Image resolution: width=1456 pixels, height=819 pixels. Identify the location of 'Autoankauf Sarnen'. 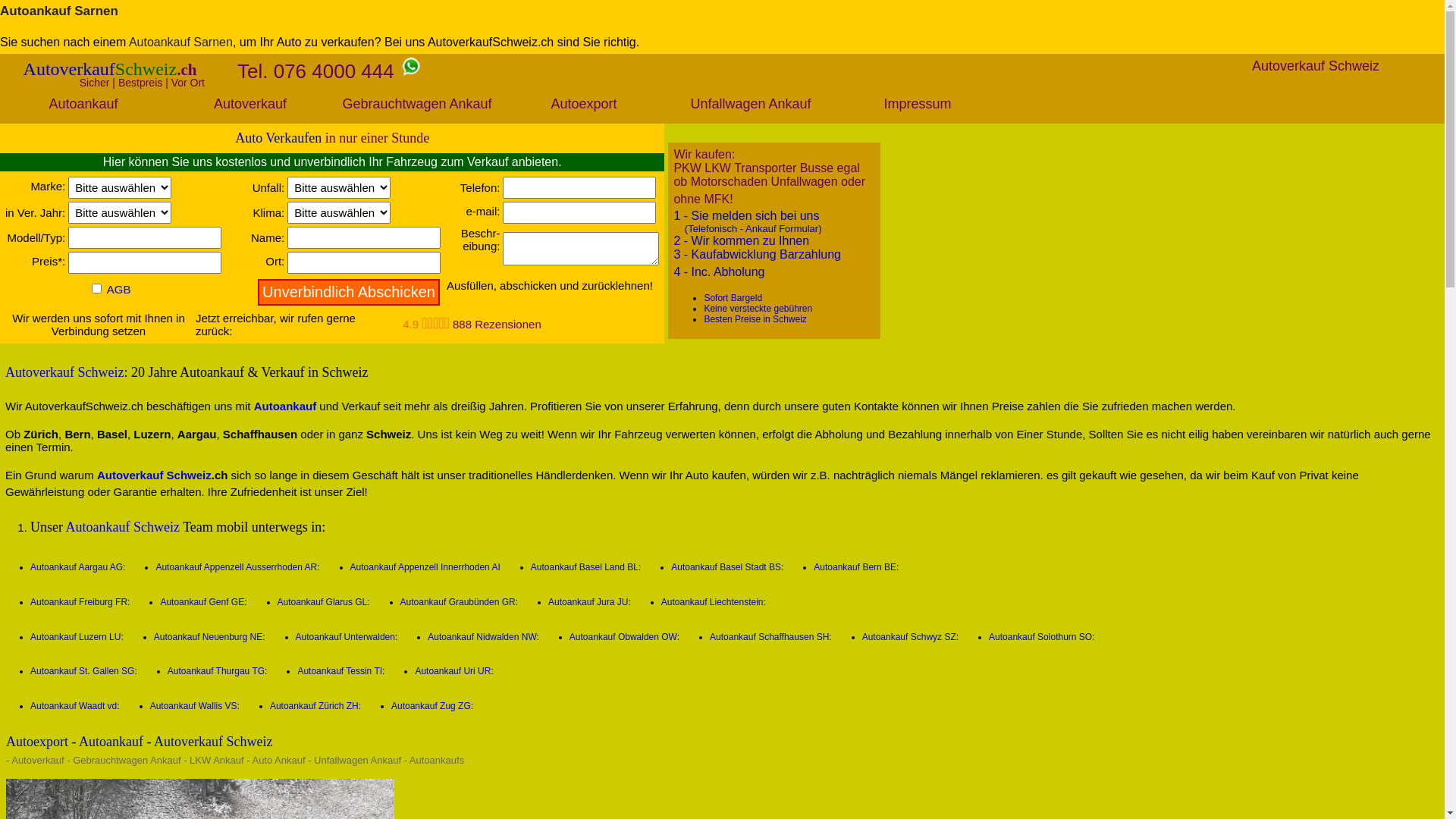
(58, 11).